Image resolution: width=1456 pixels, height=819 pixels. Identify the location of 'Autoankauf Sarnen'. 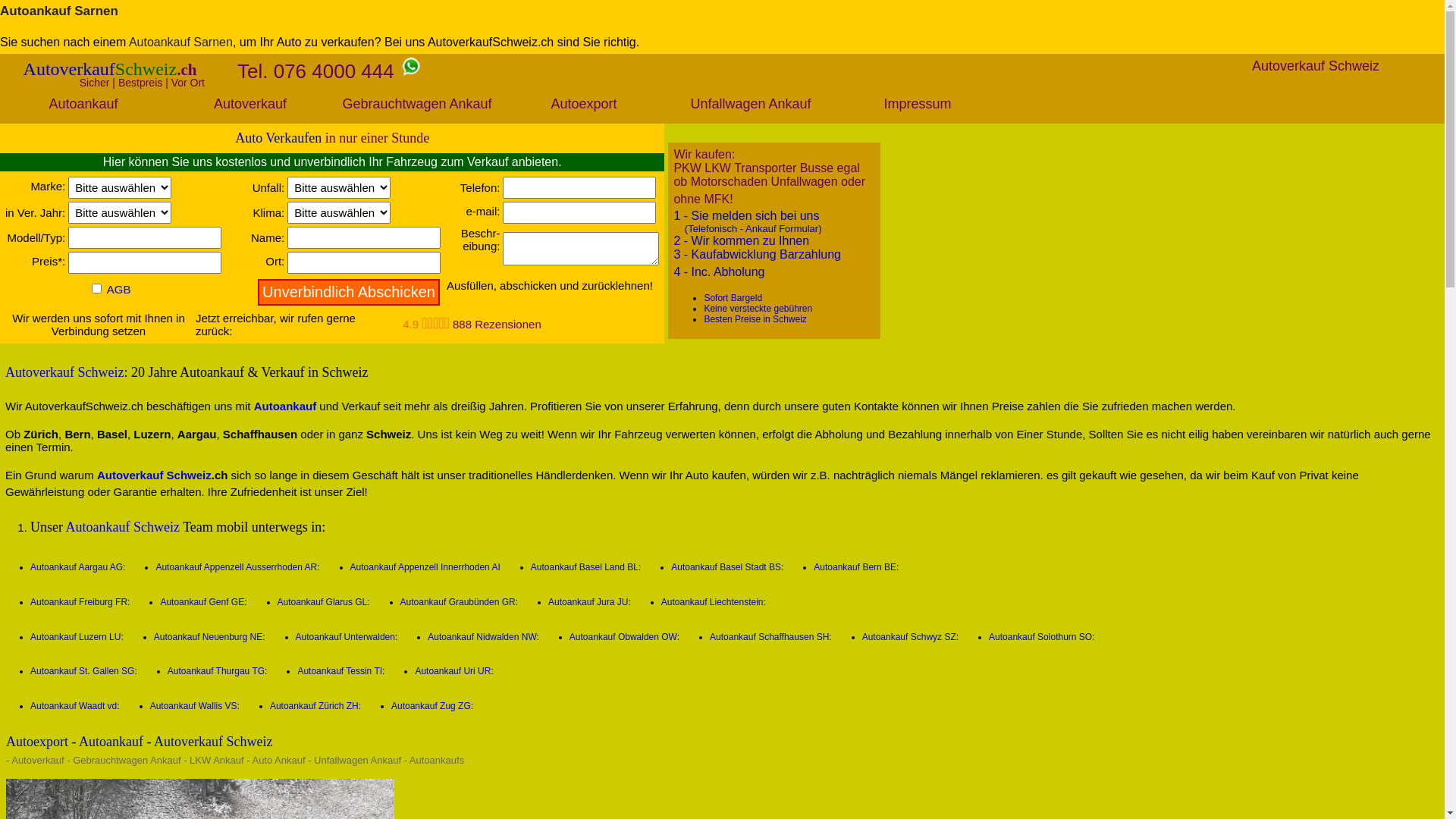
(58, 11).